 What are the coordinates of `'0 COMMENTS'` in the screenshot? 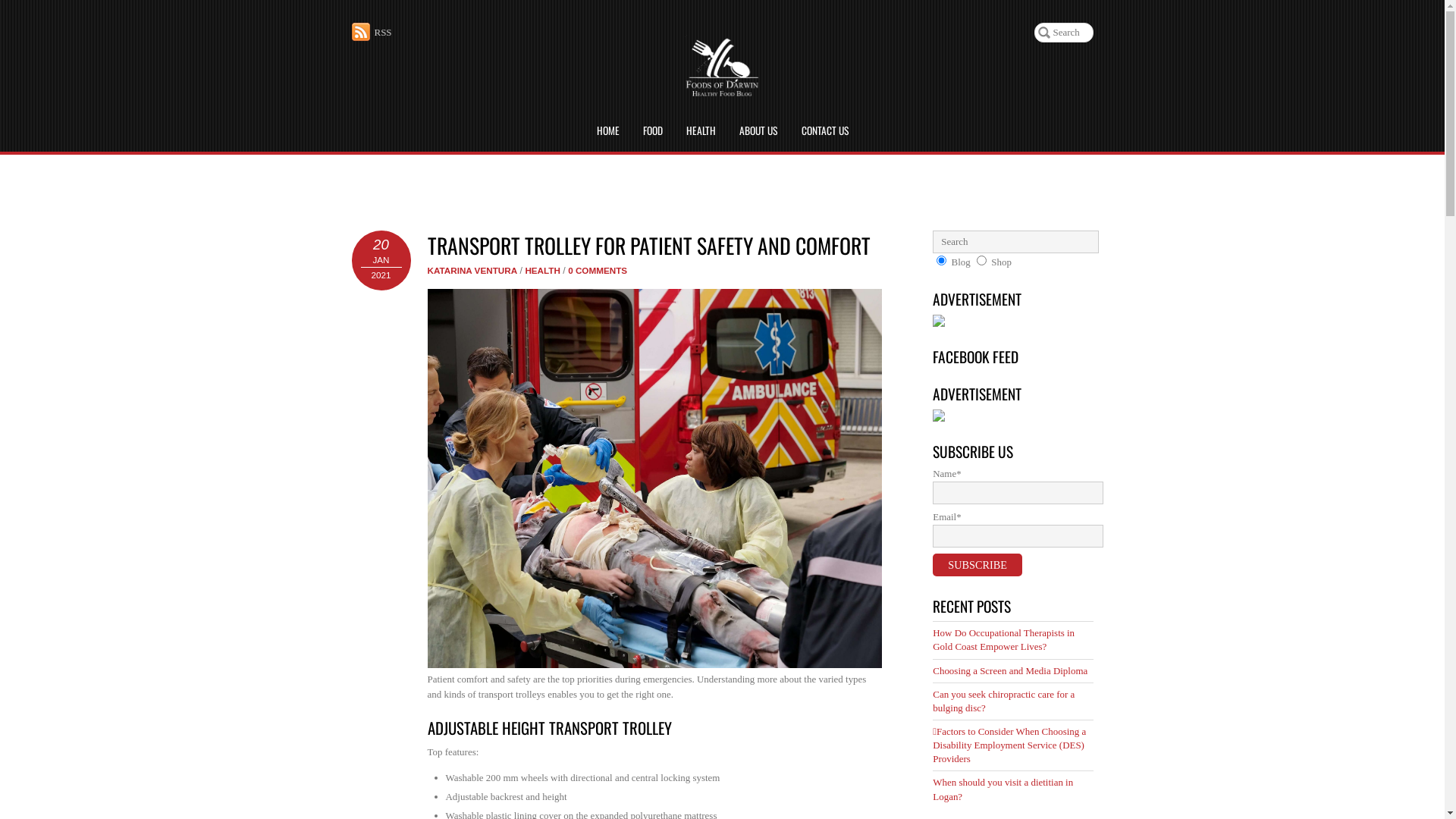 It's located at (596, 269).